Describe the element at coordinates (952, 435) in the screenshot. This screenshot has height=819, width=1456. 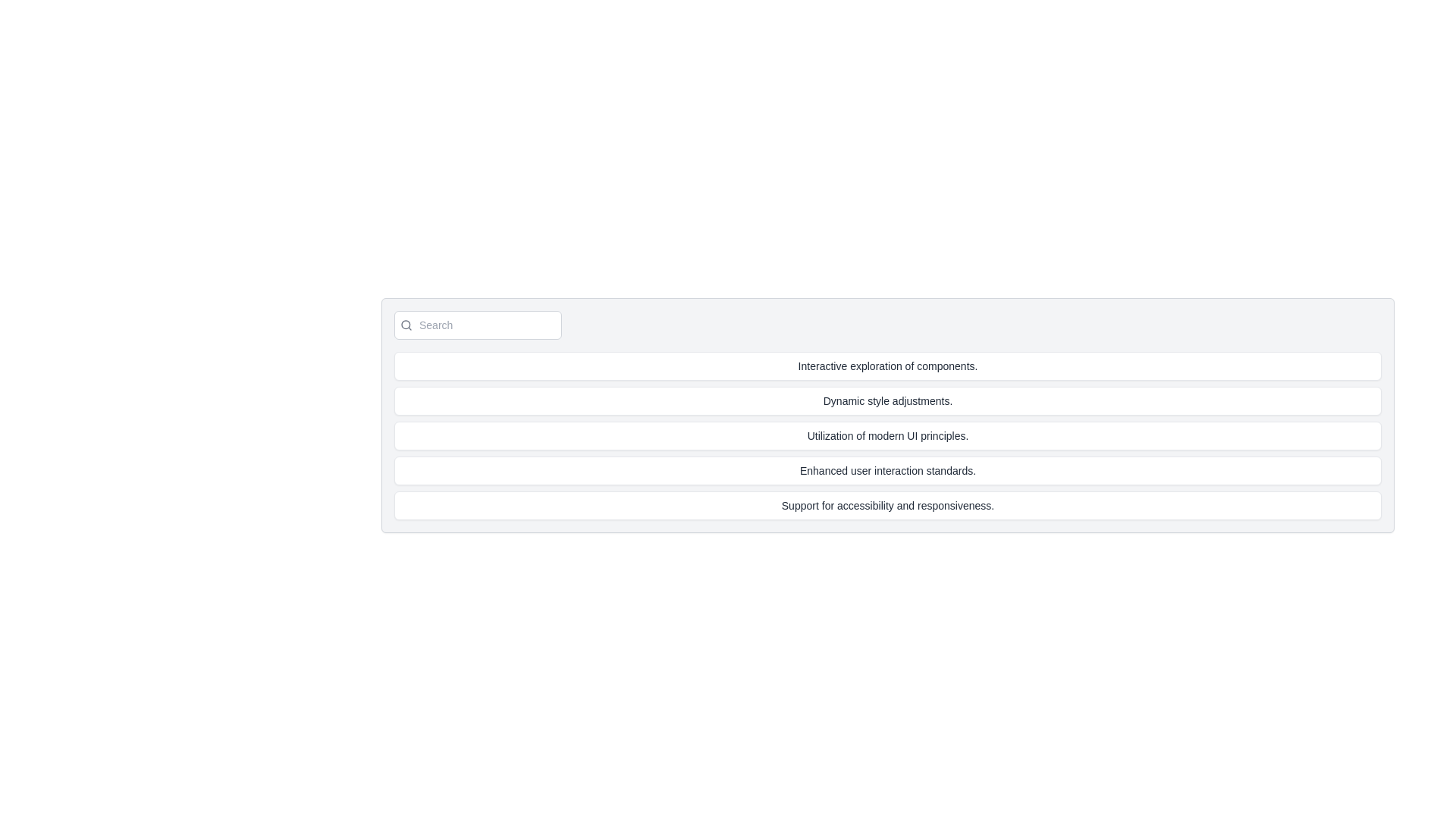
I see `the static text character 'l' in the list item titled 'Utilization of modern UI principles.'` at that location.